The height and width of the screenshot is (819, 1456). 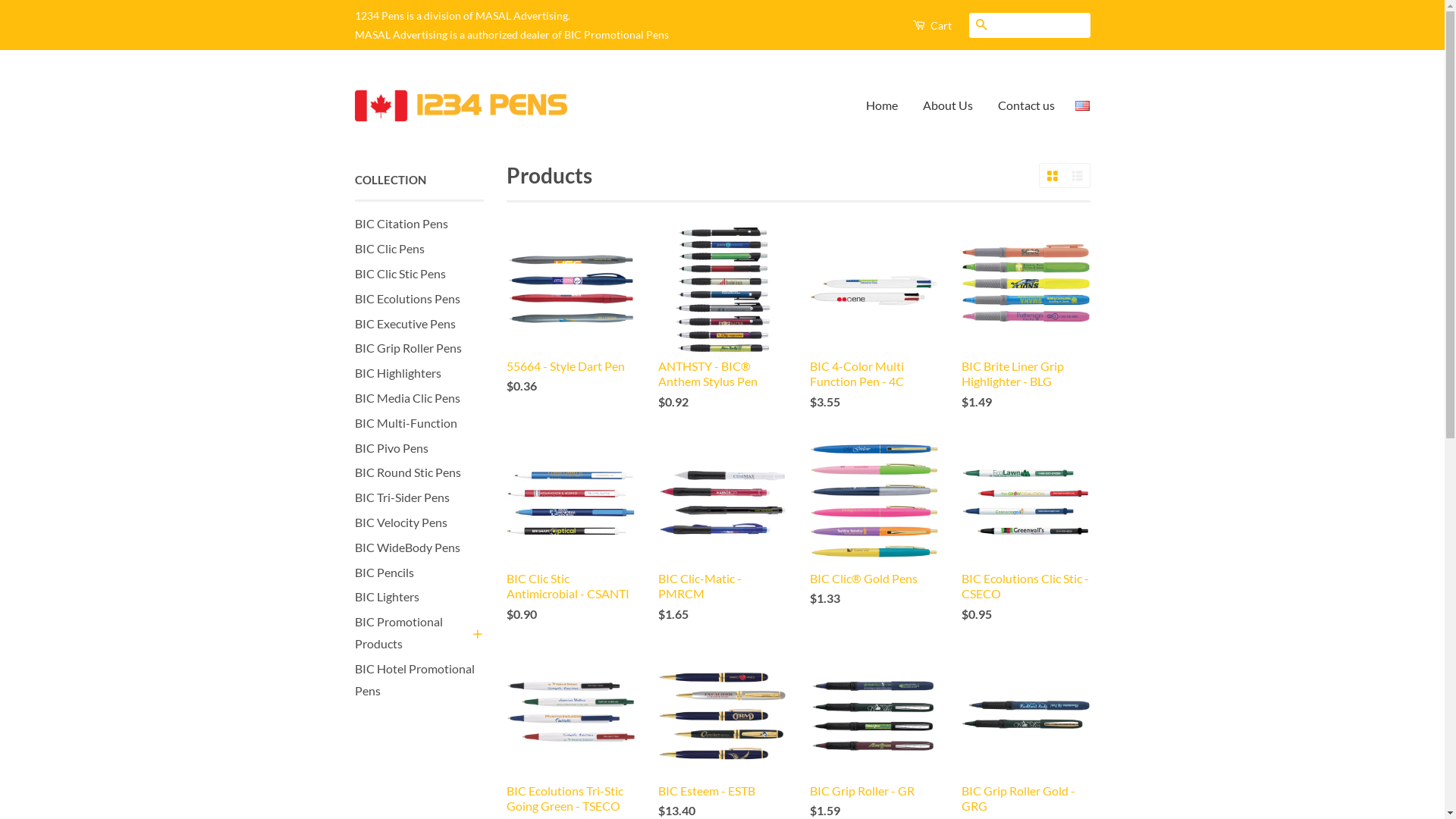 What do you see at coordinates (1076, 175) in the screenshot?
I see `'List View'` at bounding box center [1076, 175].